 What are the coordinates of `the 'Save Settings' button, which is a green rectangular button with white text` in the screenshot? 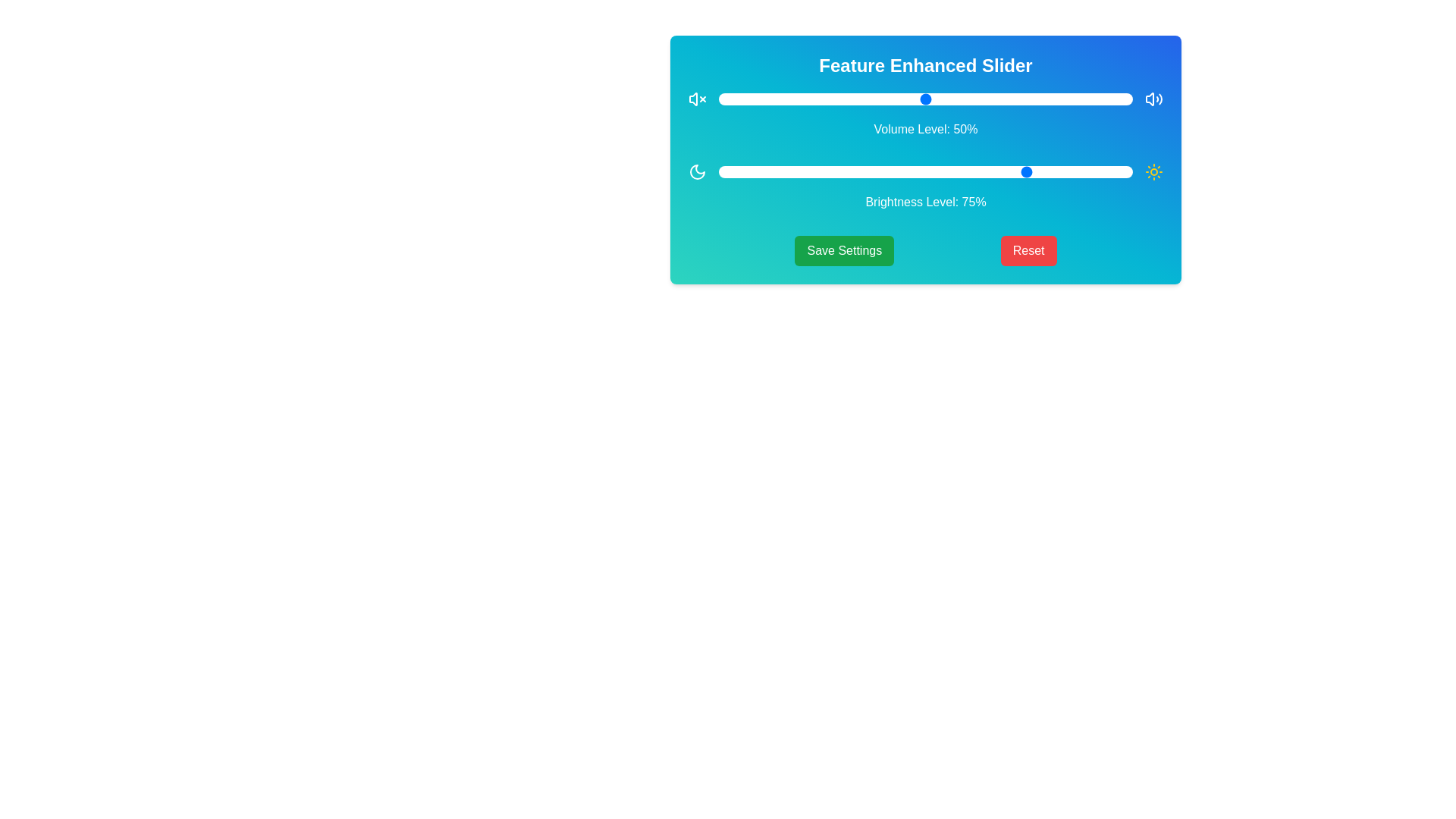 It's located at (843, 250).